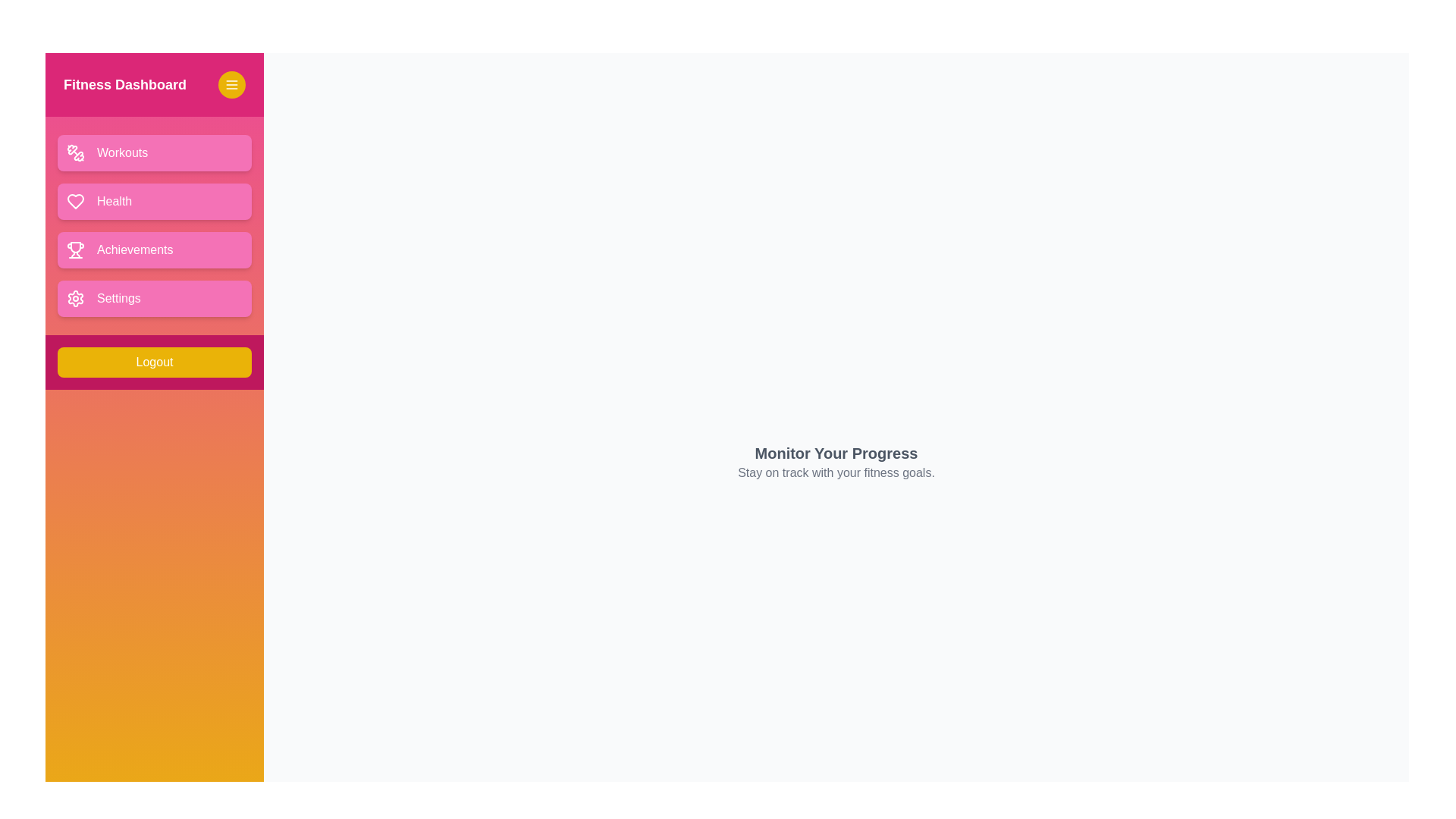  Describe the element at coordinates (154, 152) in the screenshot. I see `the 'Workouts' button` at that location.